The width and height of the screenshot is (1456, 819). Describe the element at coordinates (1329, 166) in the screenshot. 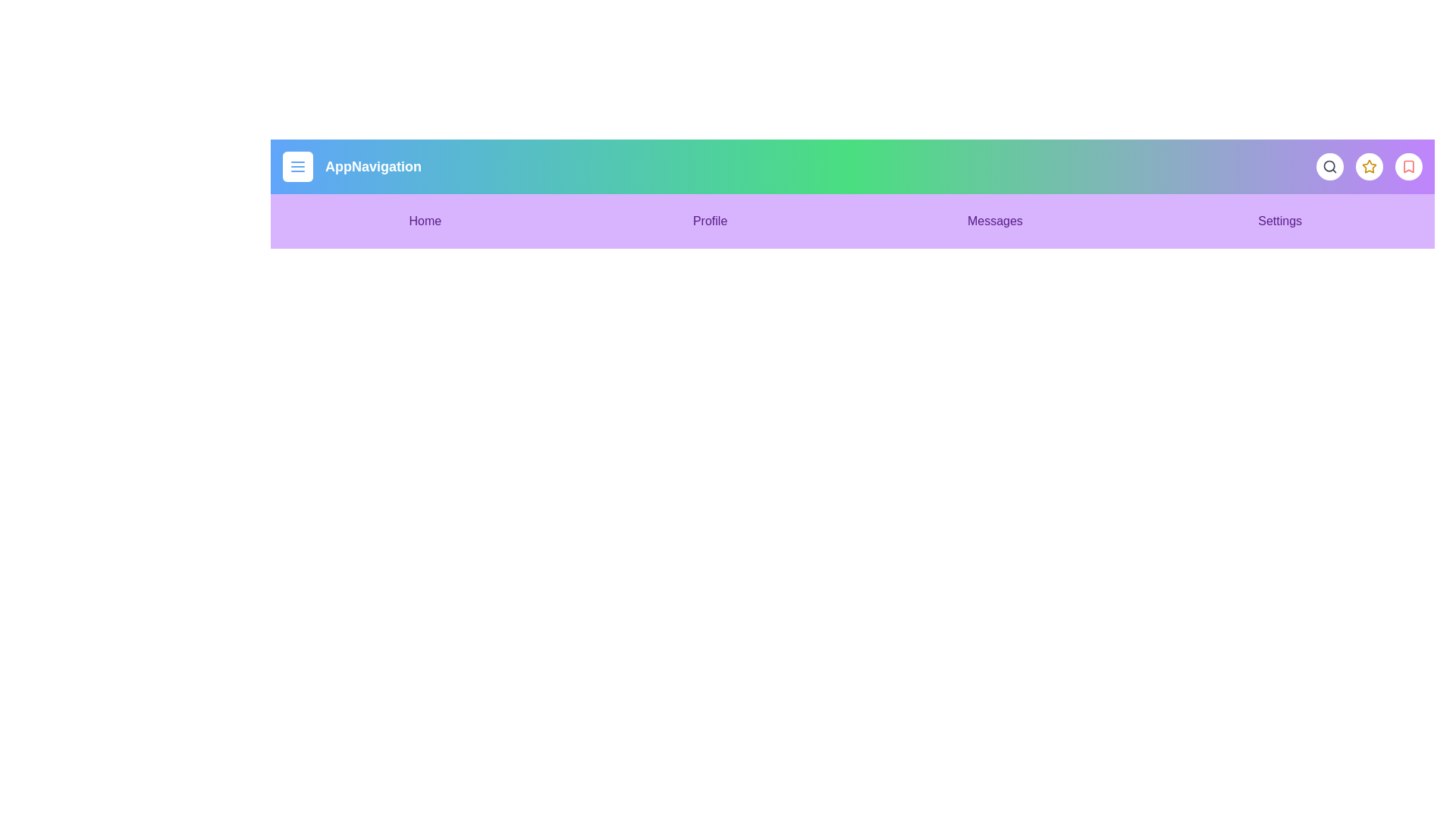

I see `the interactive element at search_button` at that location.